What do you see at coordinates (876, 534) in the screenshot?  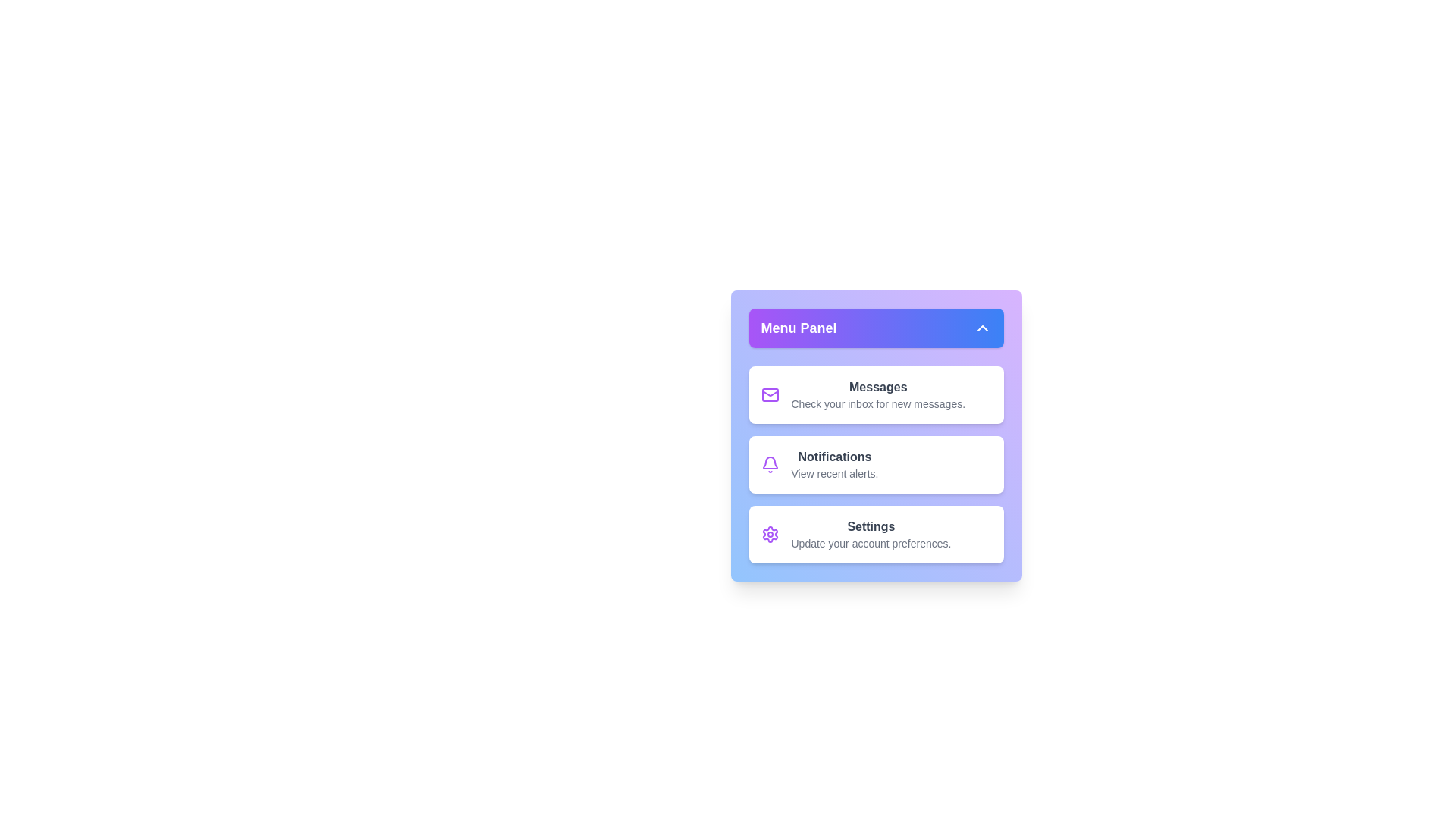 I see `the menu item labeled 'Settings' to highlight it` at bounding box center [876, 534].